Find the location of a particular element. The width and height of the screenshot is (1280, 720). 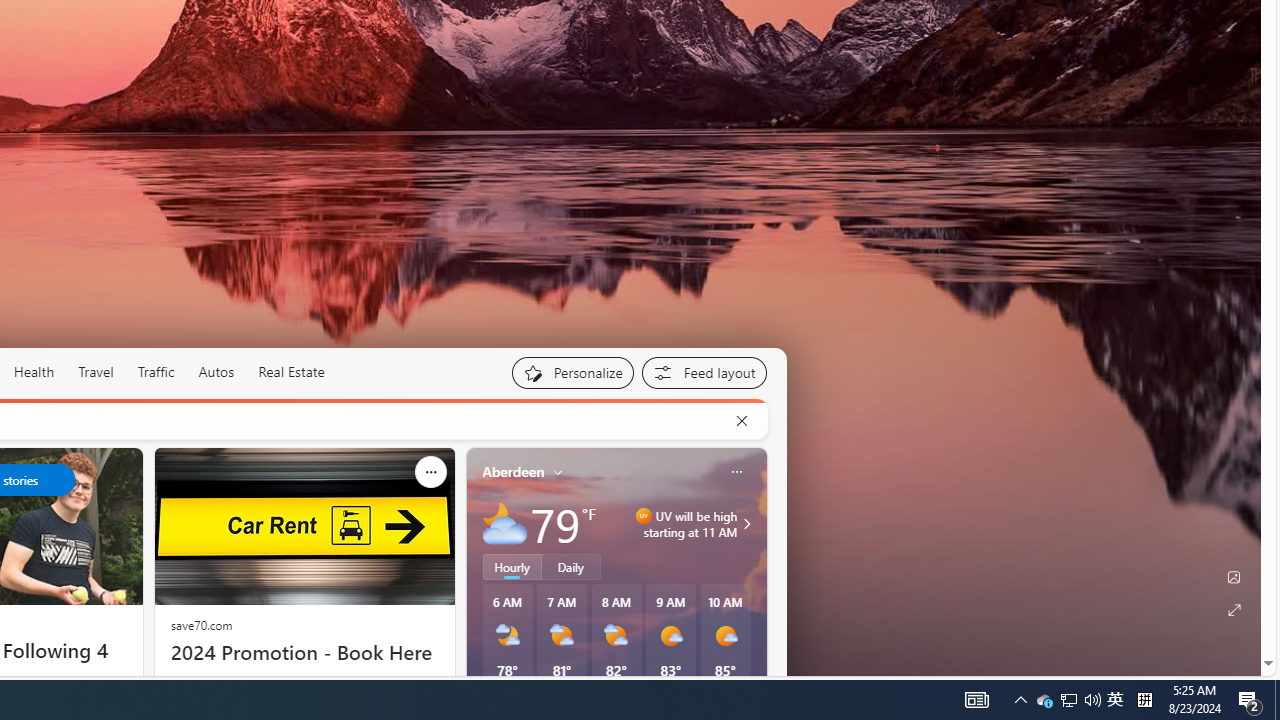

'Expand background' is located at coordinates (1232, 609).